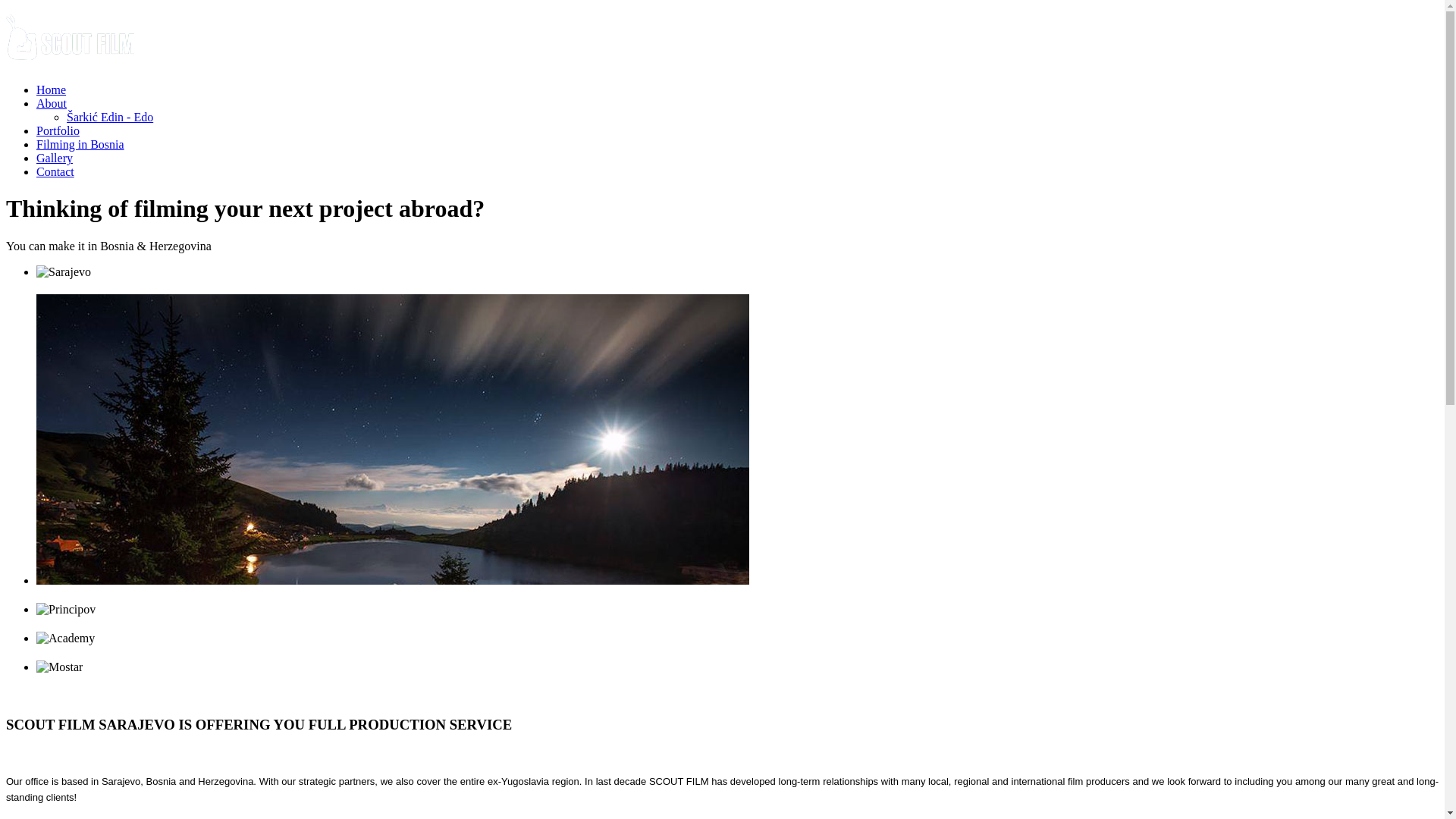 The height and width of the screenshot is (819, 1456). What do you see at coordinates (51, 89) in the screenshot?
I see `'Home'` at bounding box center [51, 89].